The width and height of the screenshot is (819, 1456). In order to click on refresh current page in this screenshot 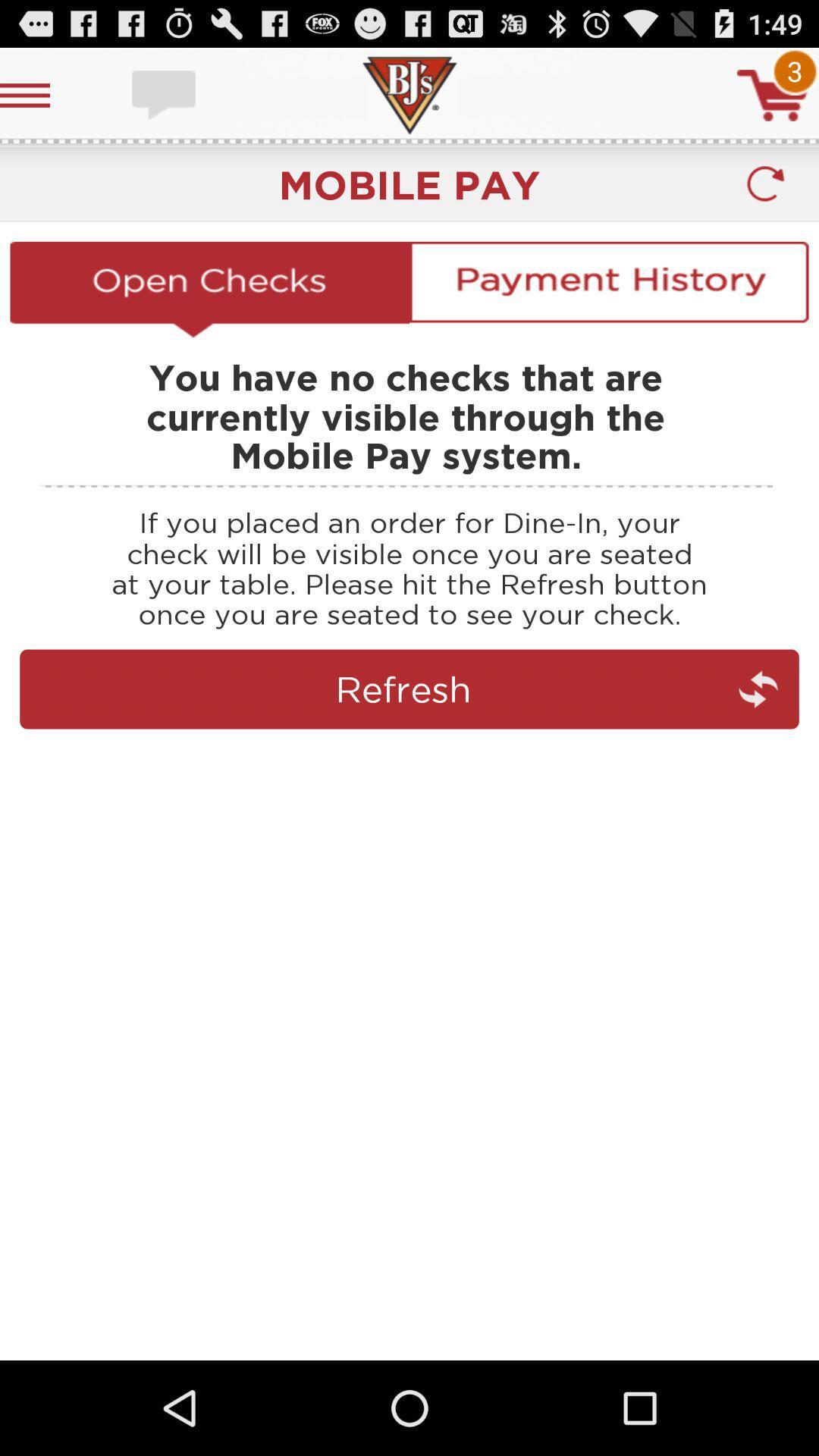, I will do `click(409, 755)`.